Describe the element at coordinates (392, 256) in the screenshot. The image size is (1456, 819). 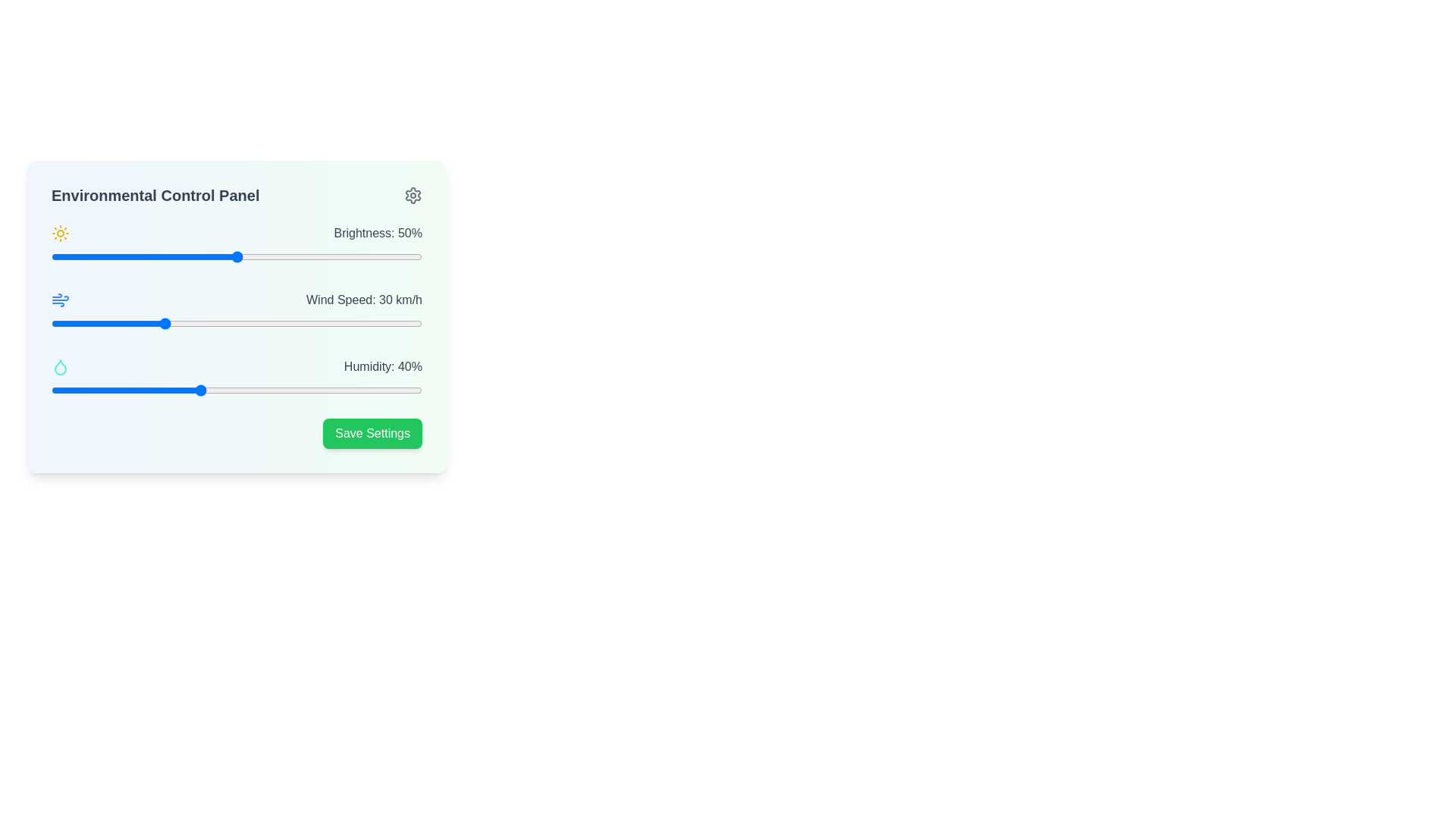
I see `brightness` at that location.